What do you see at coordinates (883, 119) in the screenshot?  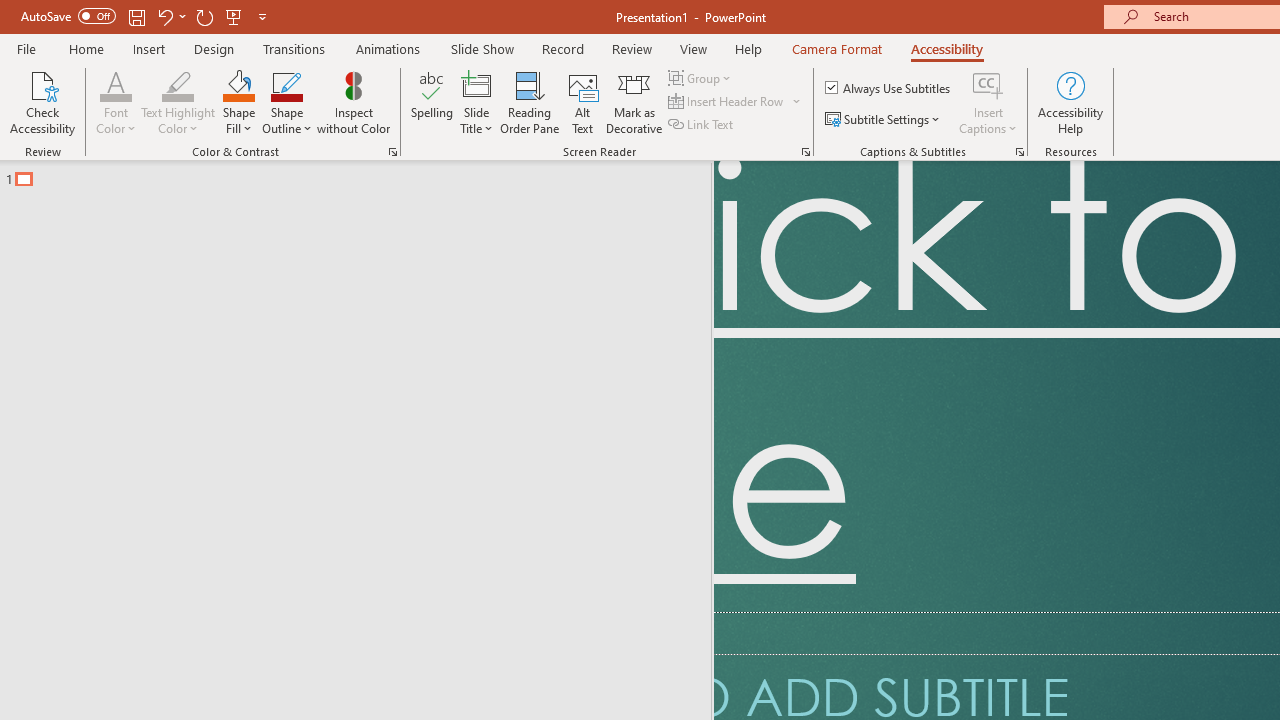 I see `'Subtitle Settings'` at bounding box center [883, 119].